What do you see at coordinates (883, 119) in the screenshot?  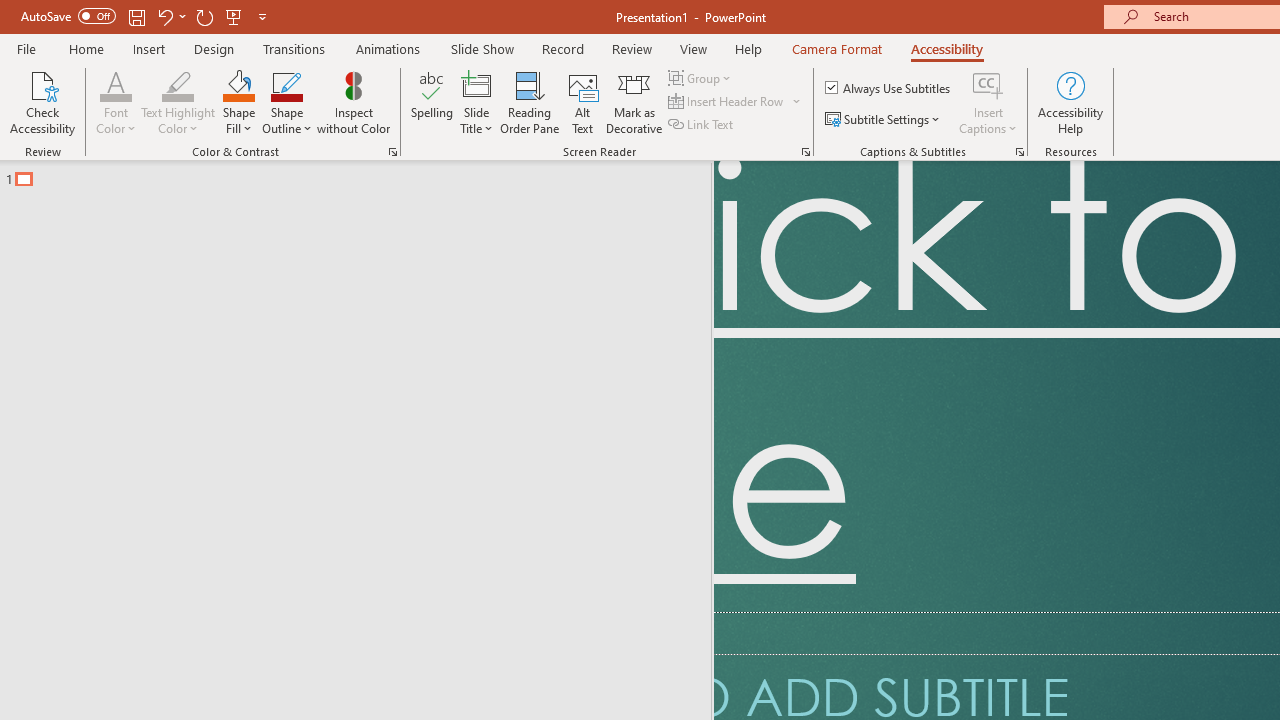 I see `'Subtitle Settings'` at bounding box center [883, 119].